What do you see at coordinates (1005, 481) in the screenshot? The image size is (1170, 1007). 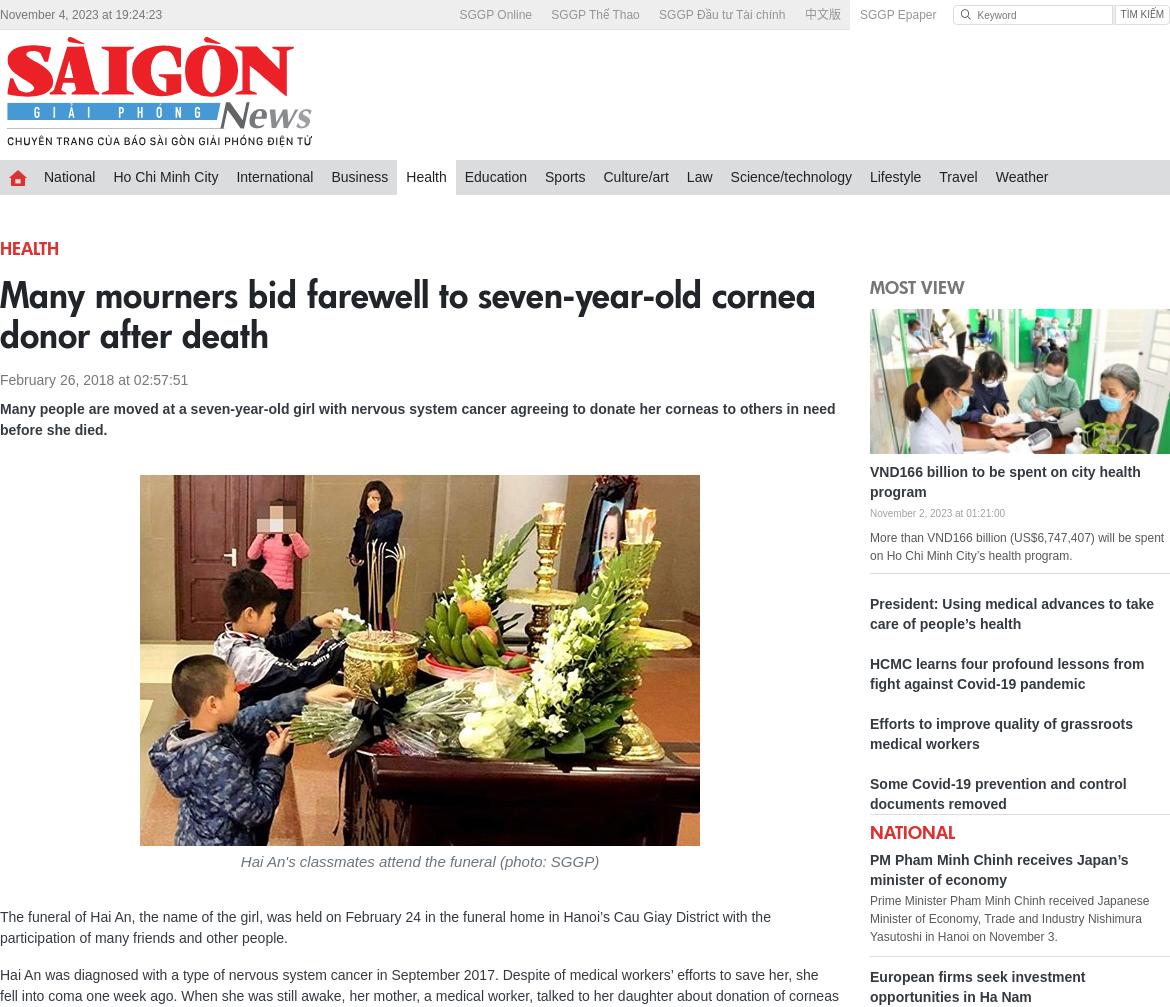 I see `'VND166 billion to be spent on city health program'` at bounding box center [1005, 481].